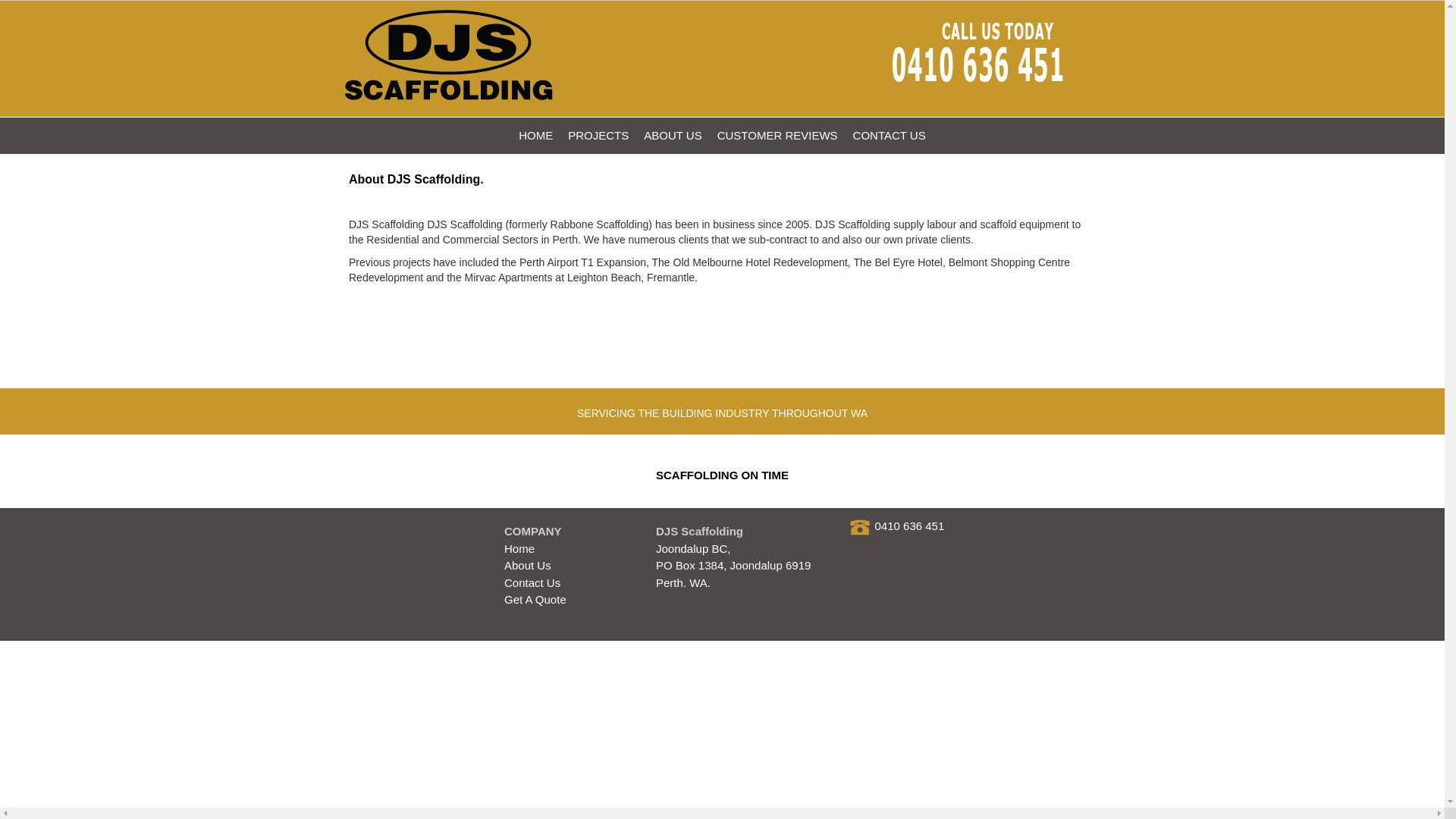  What do you see at coordinates (528, 565) in the screenshot?
I see `'About Us'` at bounding box center [528, 565].